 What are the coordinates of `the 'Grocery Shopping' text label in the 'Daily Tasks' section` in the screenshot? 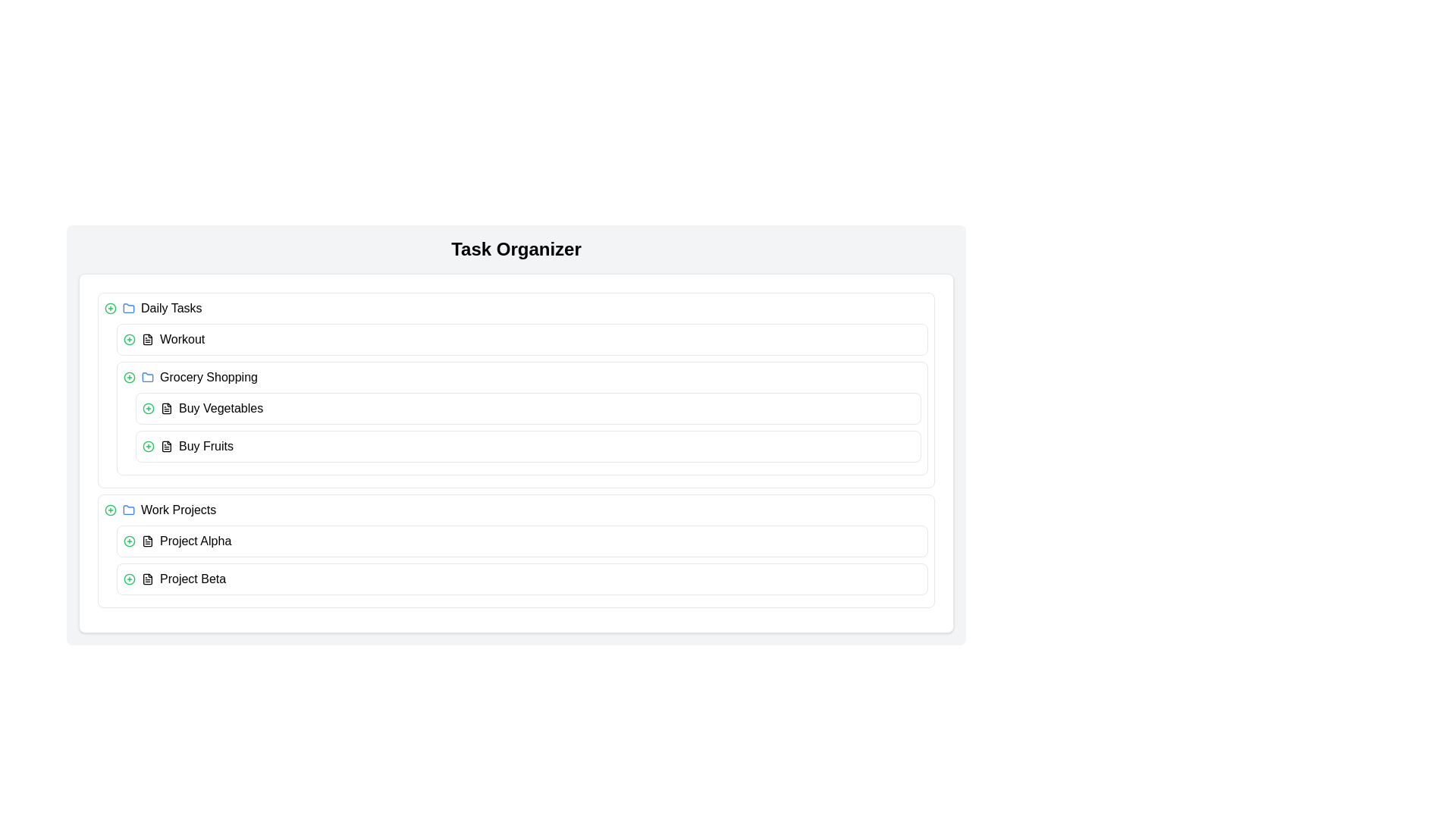 It's located at (208, 376).